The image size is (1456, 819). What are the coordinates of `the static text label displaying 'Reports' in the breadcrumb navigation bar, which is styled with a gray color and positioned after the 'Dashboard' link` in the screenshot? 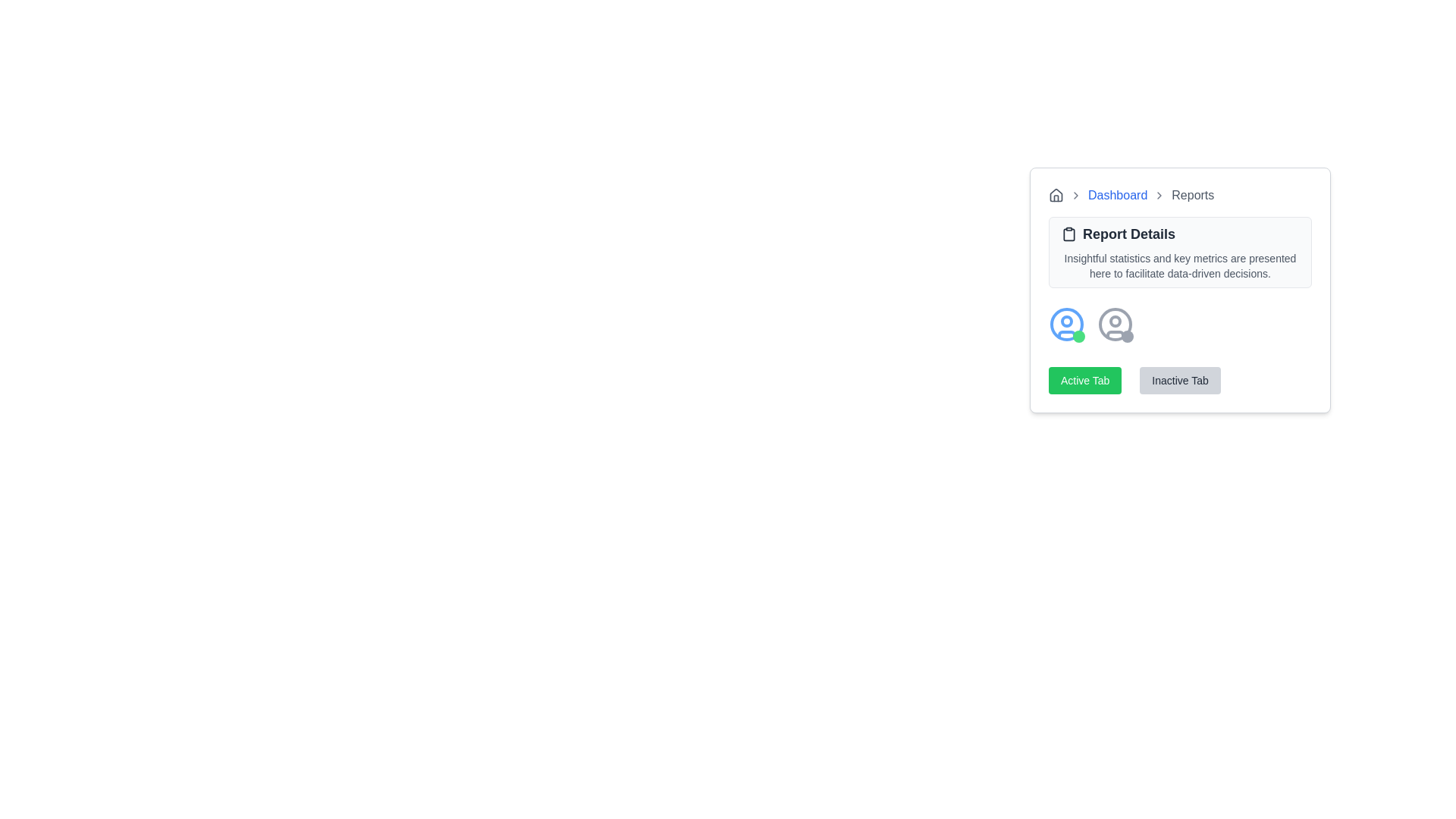 It's located at (1192, 195).